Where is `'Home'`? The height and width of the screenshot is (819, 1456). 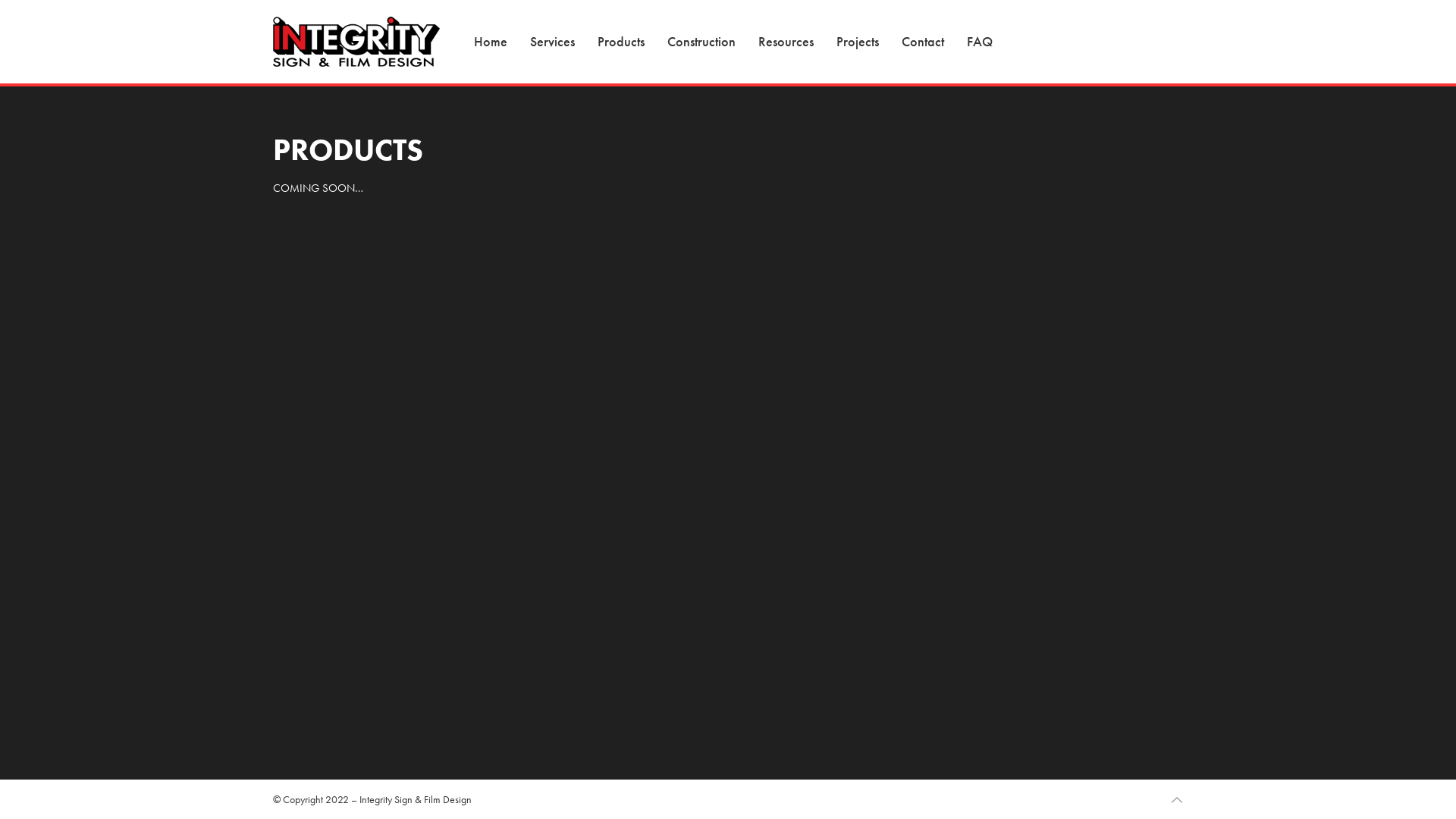 'Home' is located at coordinates (491, 40).